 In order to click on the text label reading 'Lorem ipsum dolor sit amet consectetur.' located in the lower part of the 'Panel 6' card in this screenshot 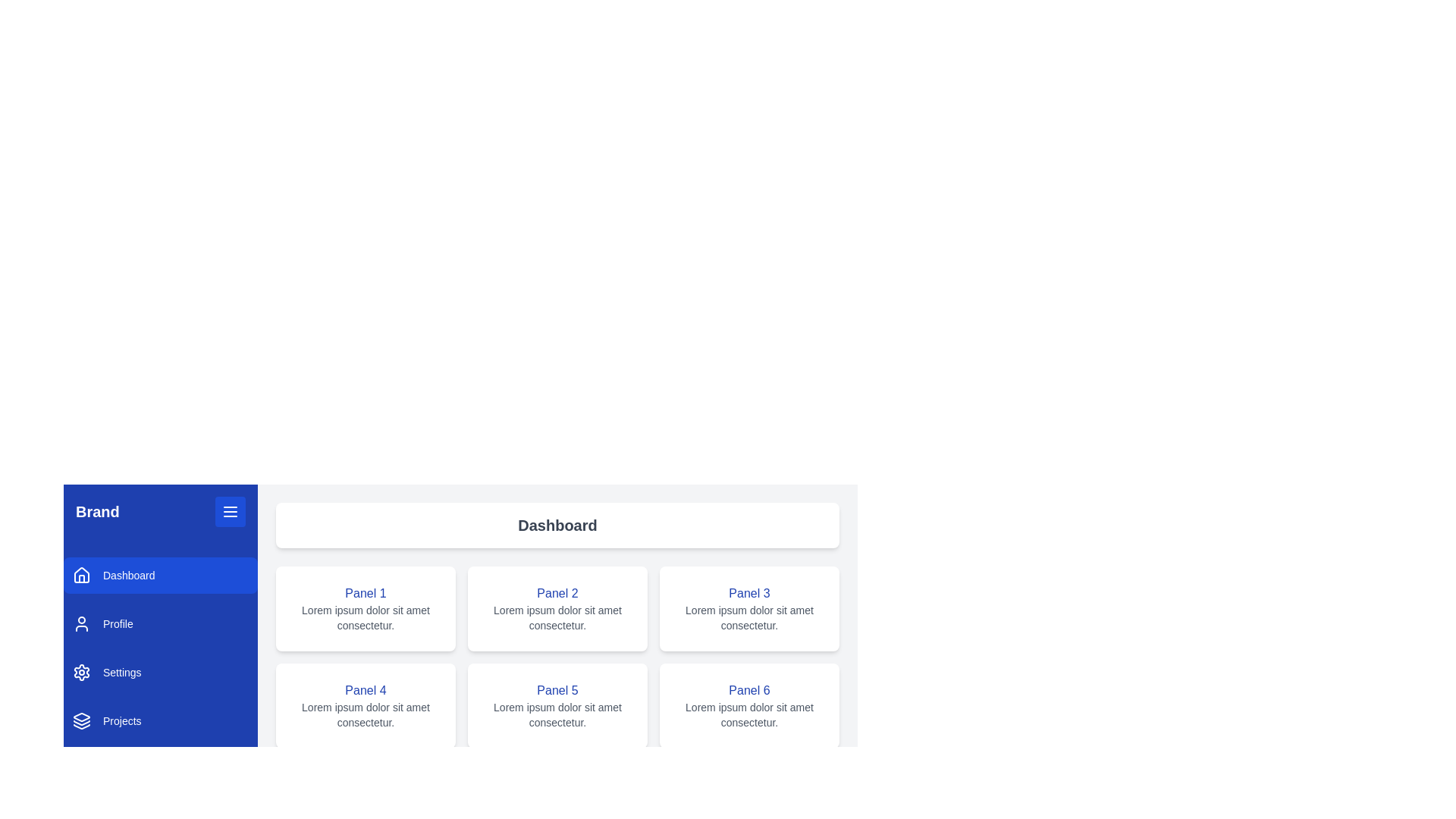, I will do `click(749, 714)`.